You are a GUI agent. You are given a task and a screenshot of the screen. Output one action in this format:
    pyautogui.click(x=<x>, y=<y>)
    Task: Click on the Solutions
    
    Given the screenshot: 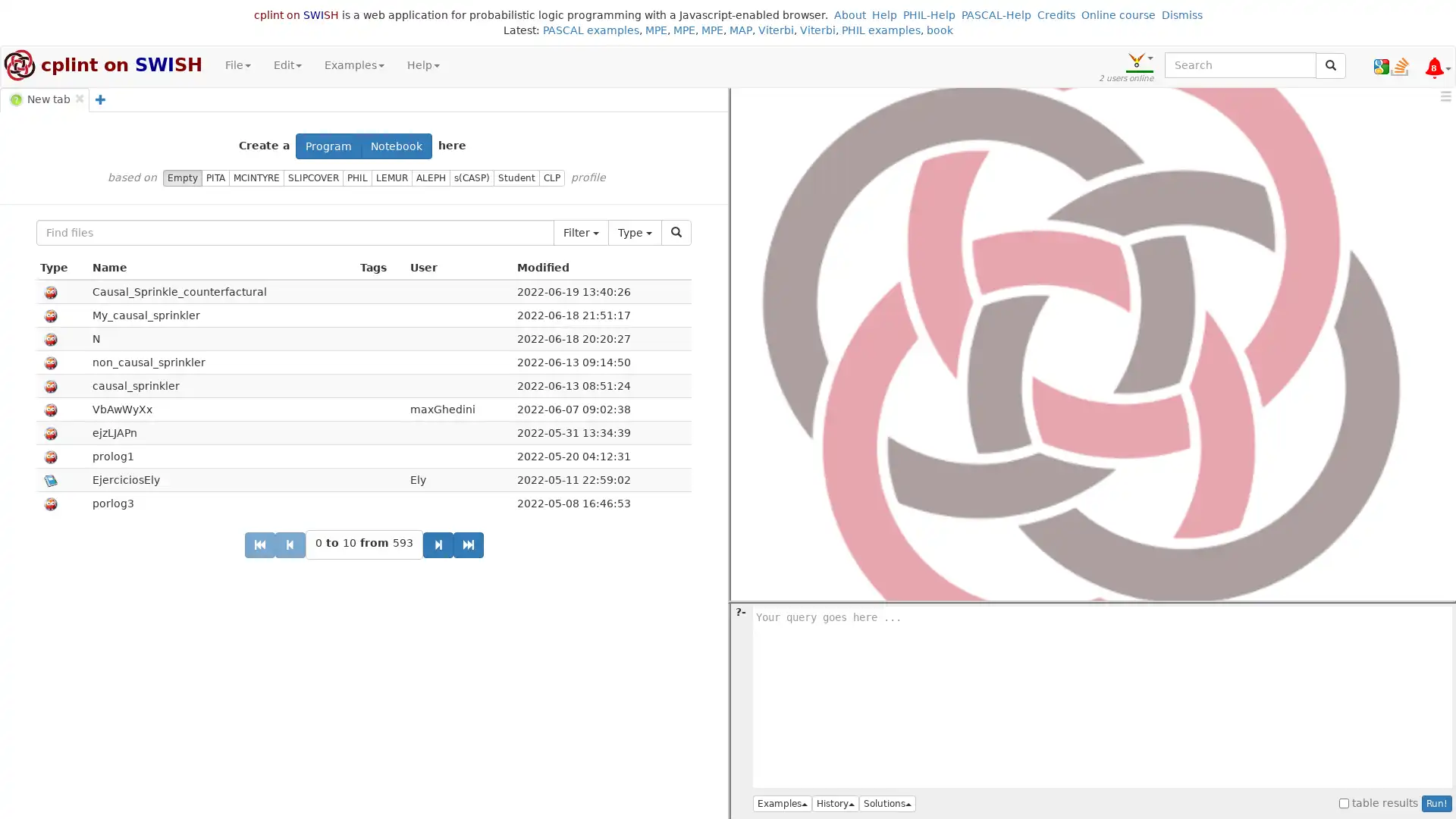 What is the action you would take?
    pyautogui.click(x=887, y=803)
    